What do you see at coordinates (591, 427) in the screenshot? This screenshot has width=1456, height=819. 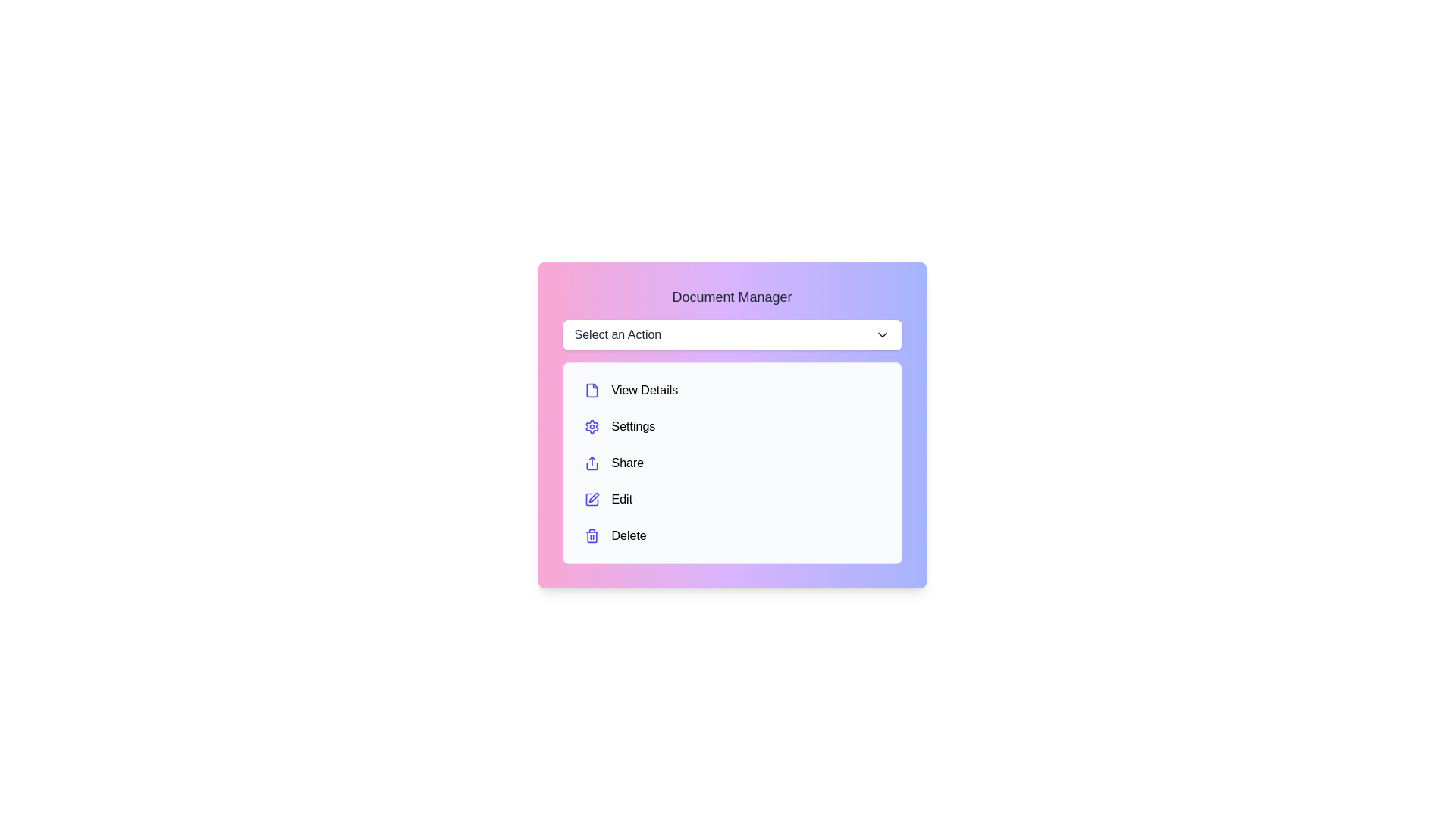 I see `the cogwheel-shaped settings icon, which is a visual part of the settings options in the second row of icons beneath the dropdown on the main interface` at bounding box center [591, 427].